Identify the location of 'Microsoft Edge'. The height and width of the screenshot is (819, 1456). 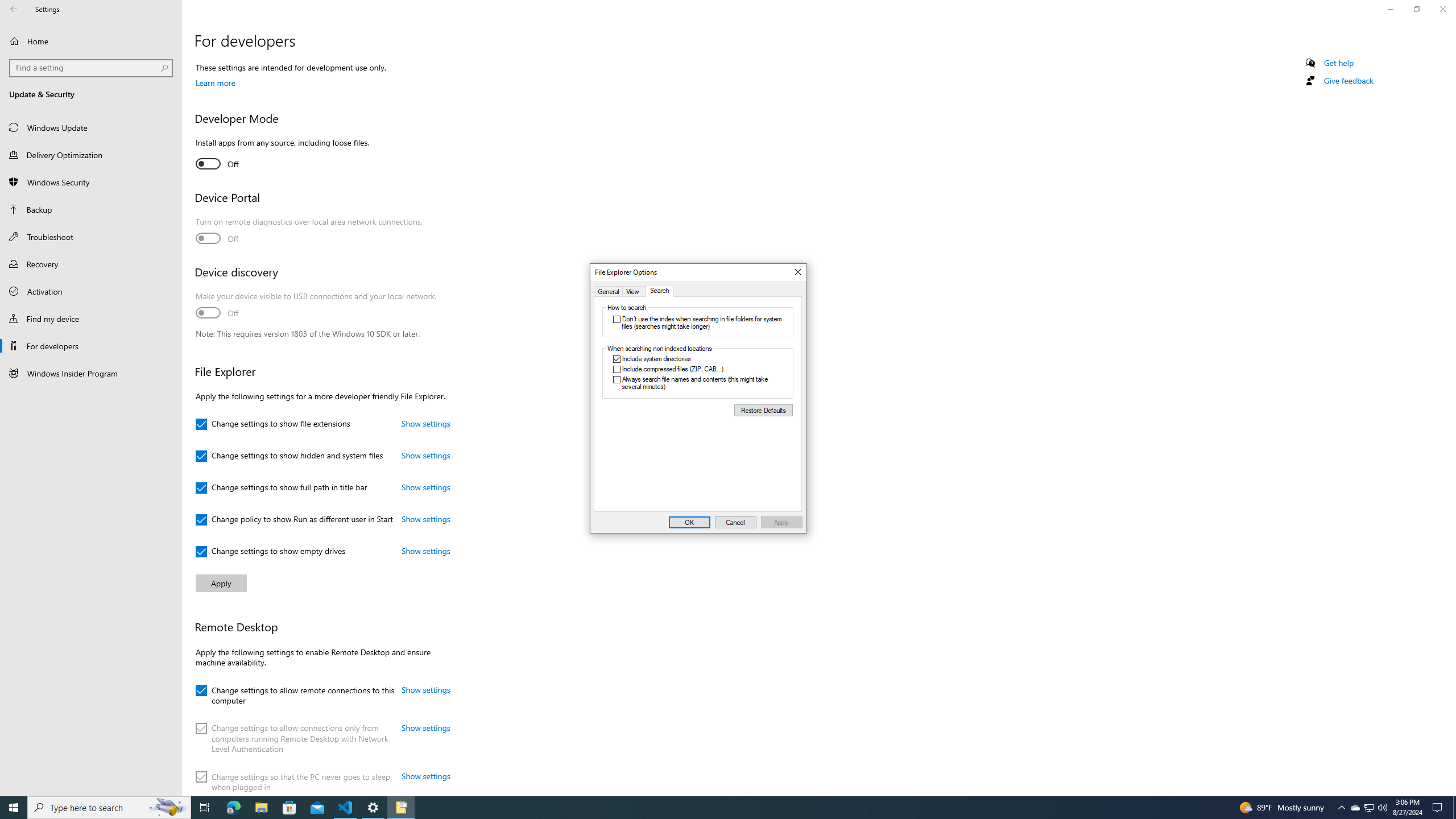
(233, 806).